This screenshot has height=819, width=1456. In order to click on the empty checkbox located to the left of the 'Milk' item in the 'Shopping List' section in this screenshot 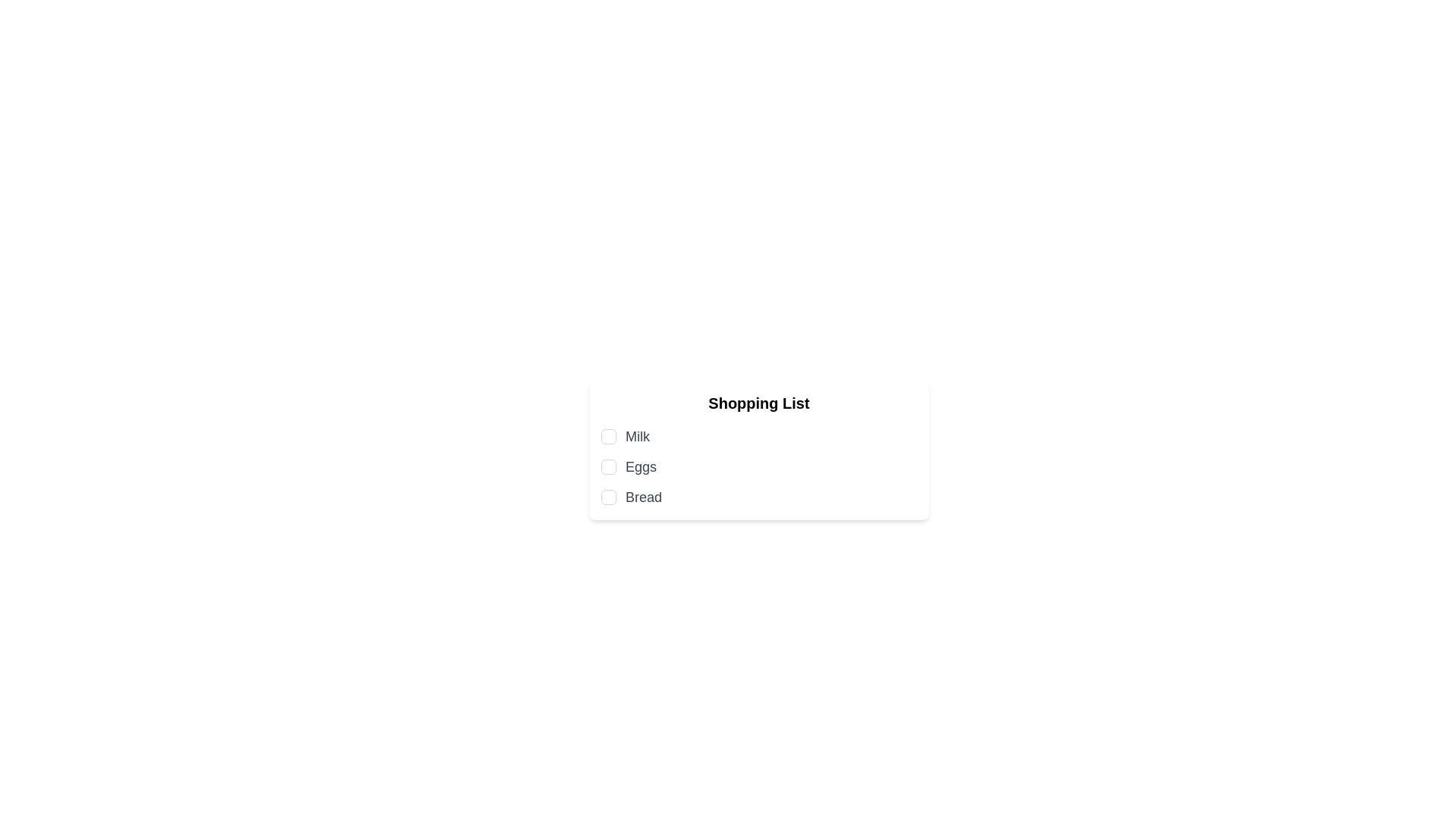, I will do `click(608, 436)`.